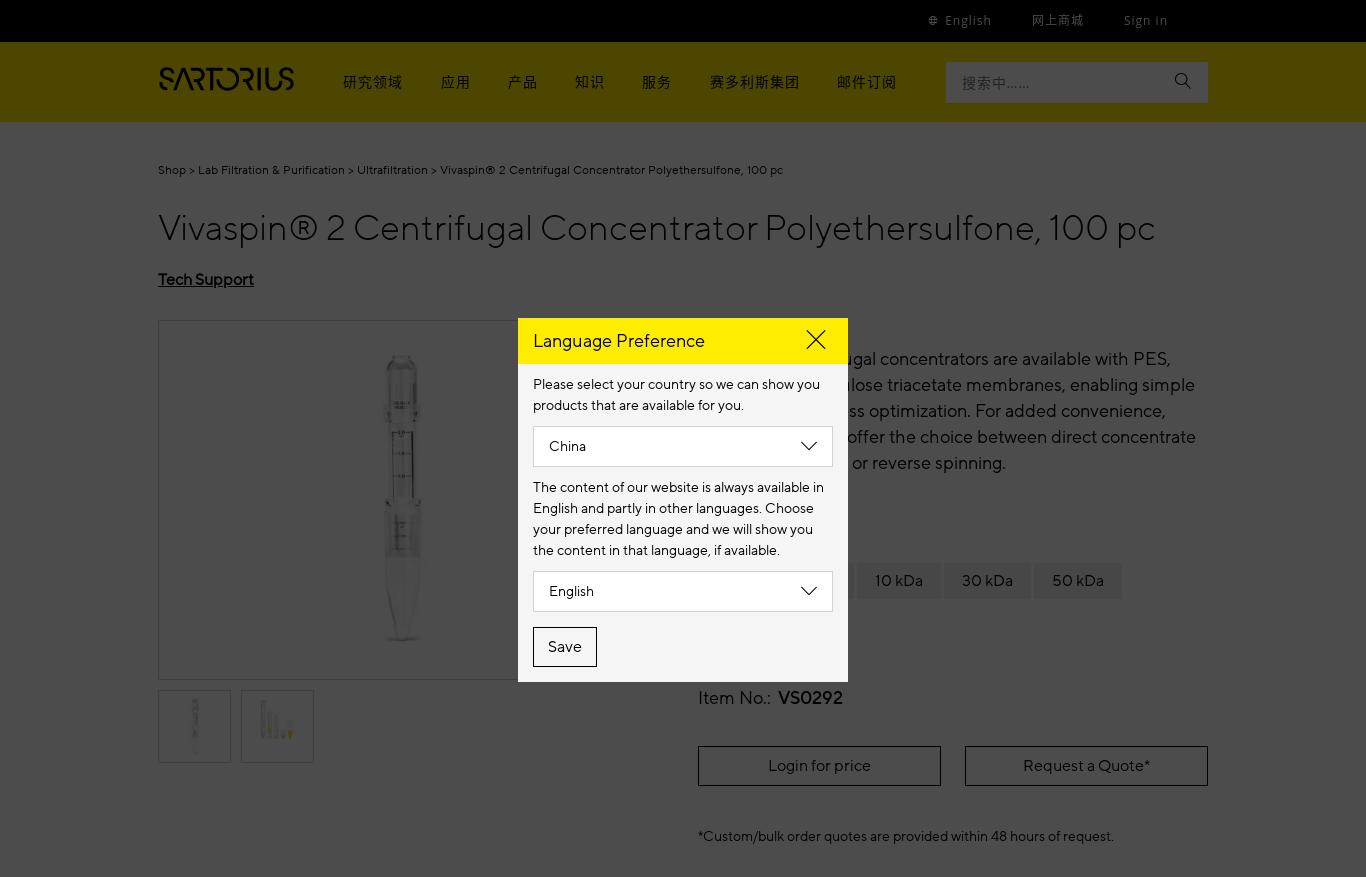  Describe the element at coordinates (732, 539) in the screenshot. I see `'MWCO:'` at that location.